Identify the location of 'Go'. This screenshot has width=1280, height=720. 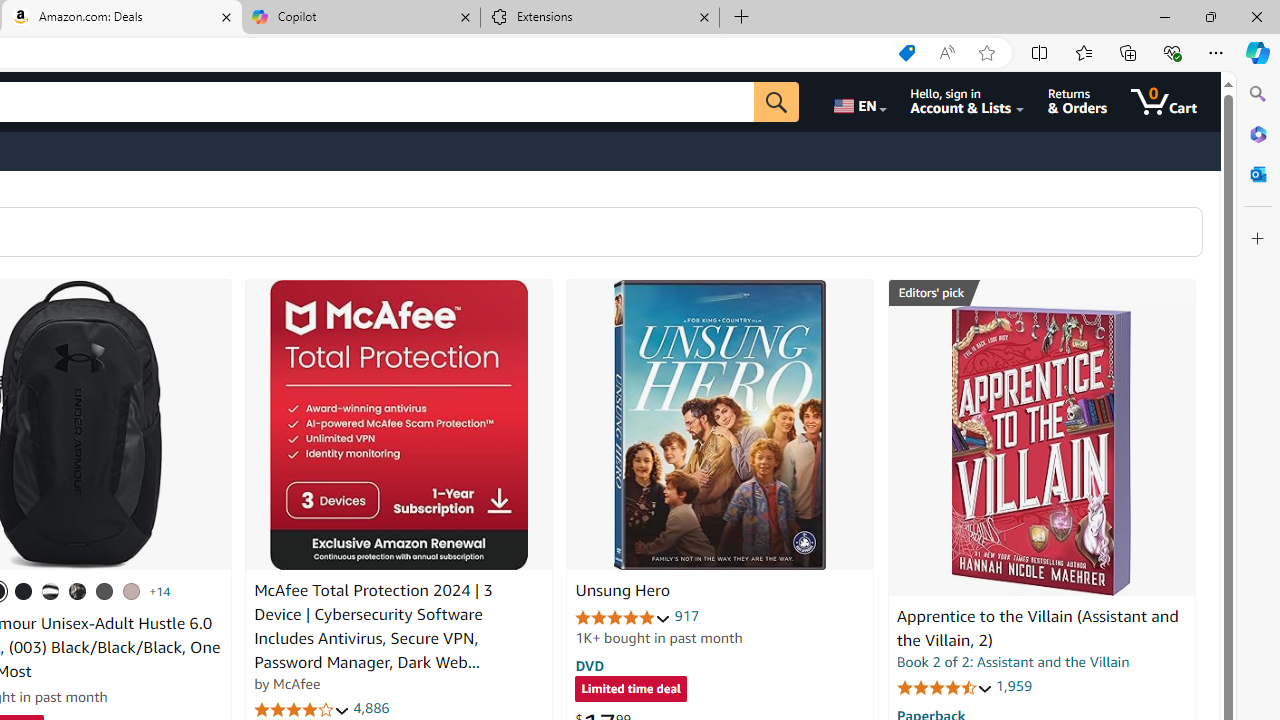
(775, 101).